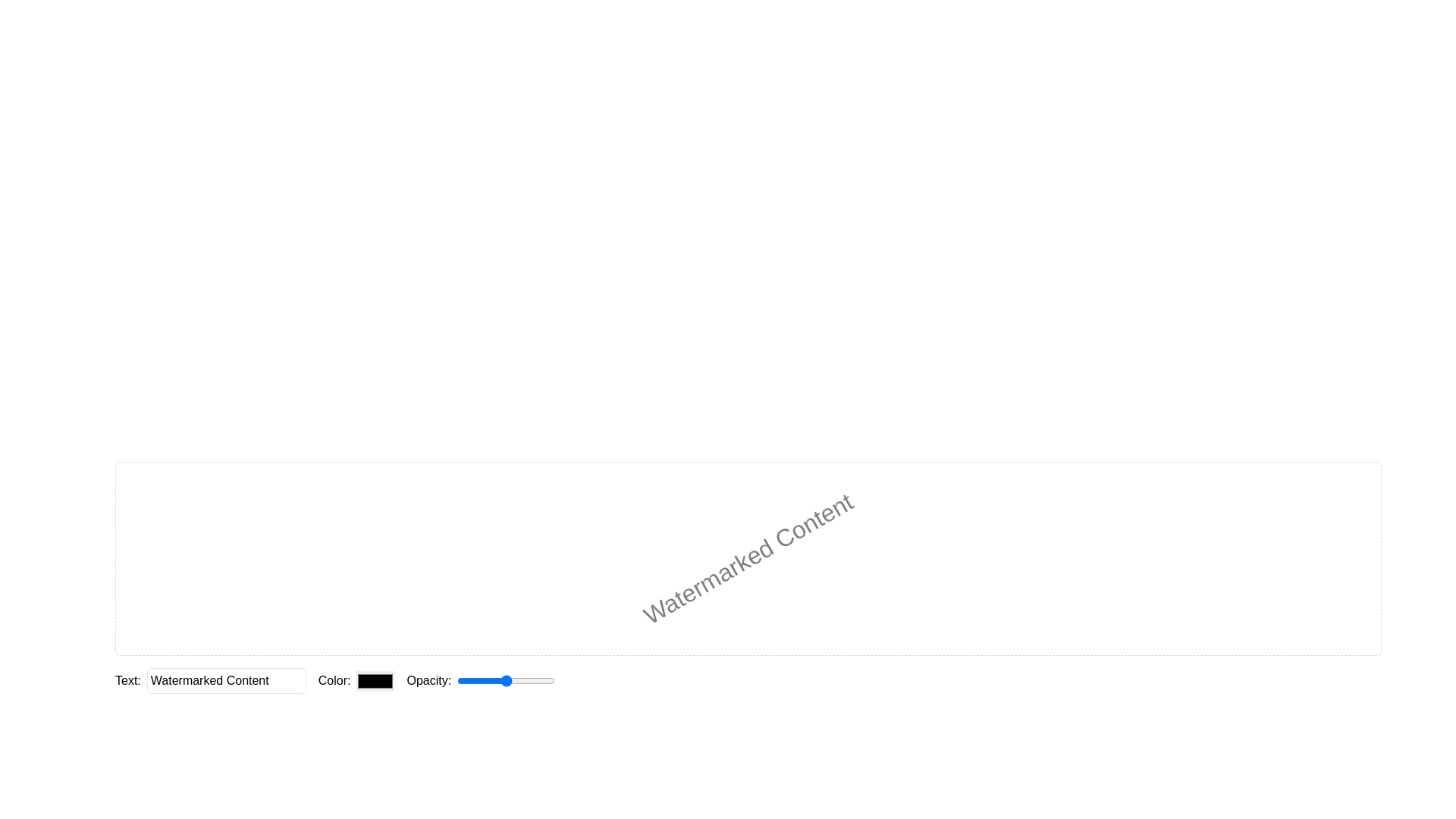  I want to click on opacity, so click(532, 680).